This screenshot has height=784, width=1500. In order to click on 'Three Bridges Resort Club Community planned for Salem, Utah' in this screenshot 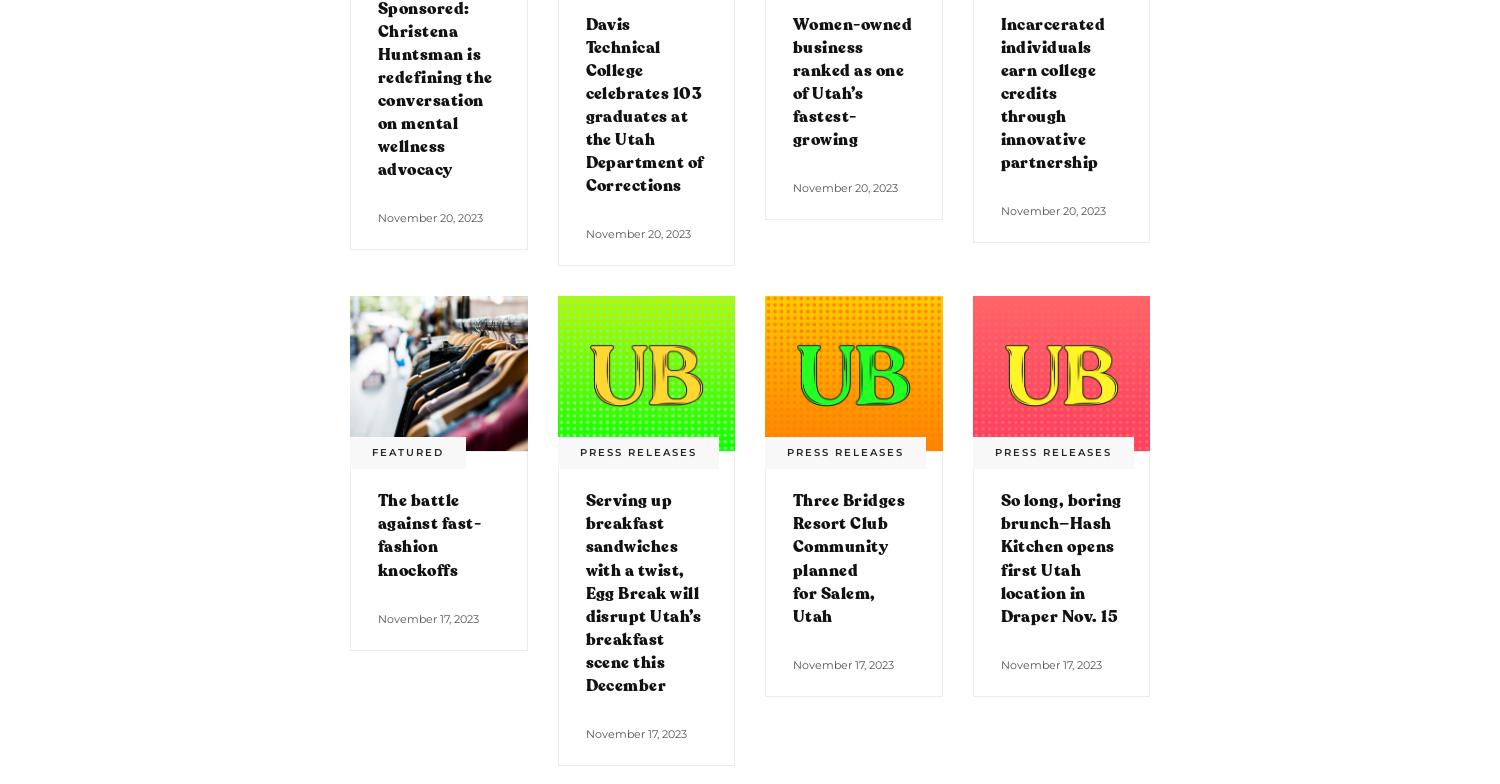, I will do `click(793, 558)`.